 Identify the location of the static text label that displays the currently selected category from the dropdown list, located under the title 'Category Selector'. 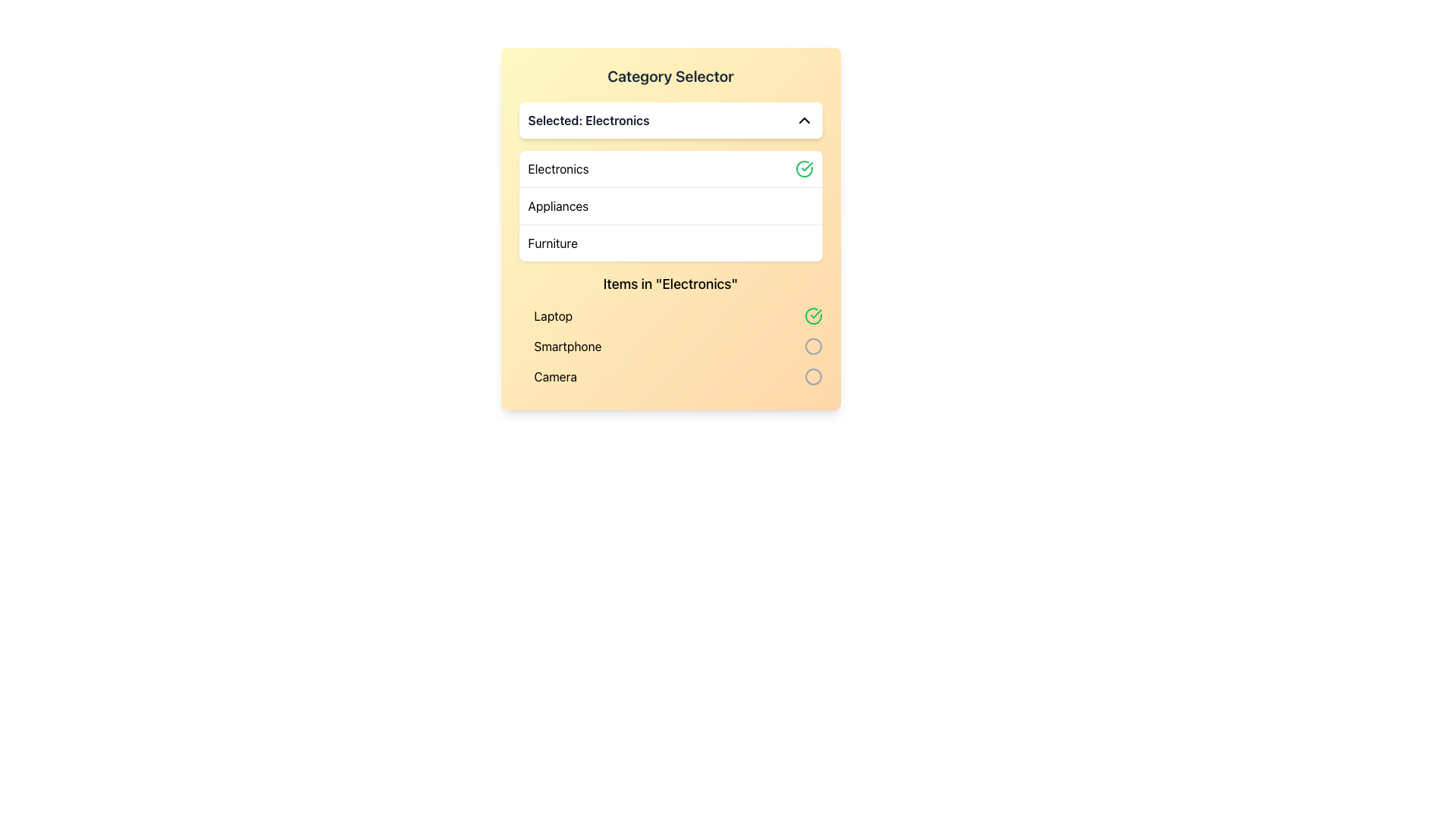
(588, 119).